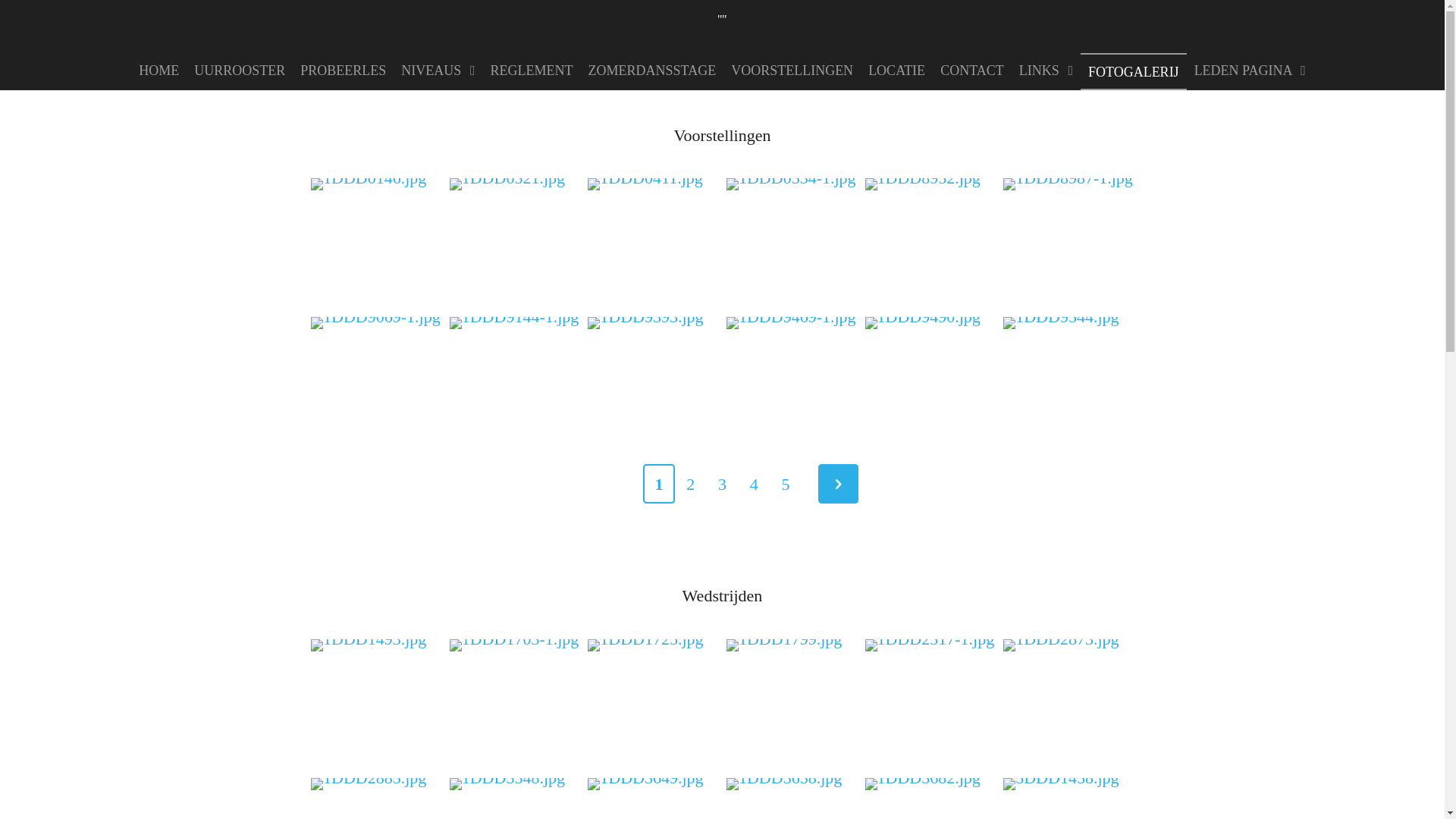 Image resolution: width=1456 pixels, height=819 pixels. Describe the element at coordinates (1133, 71) in the screenshot. I see `'FOTOGALERIJ'` at that location.